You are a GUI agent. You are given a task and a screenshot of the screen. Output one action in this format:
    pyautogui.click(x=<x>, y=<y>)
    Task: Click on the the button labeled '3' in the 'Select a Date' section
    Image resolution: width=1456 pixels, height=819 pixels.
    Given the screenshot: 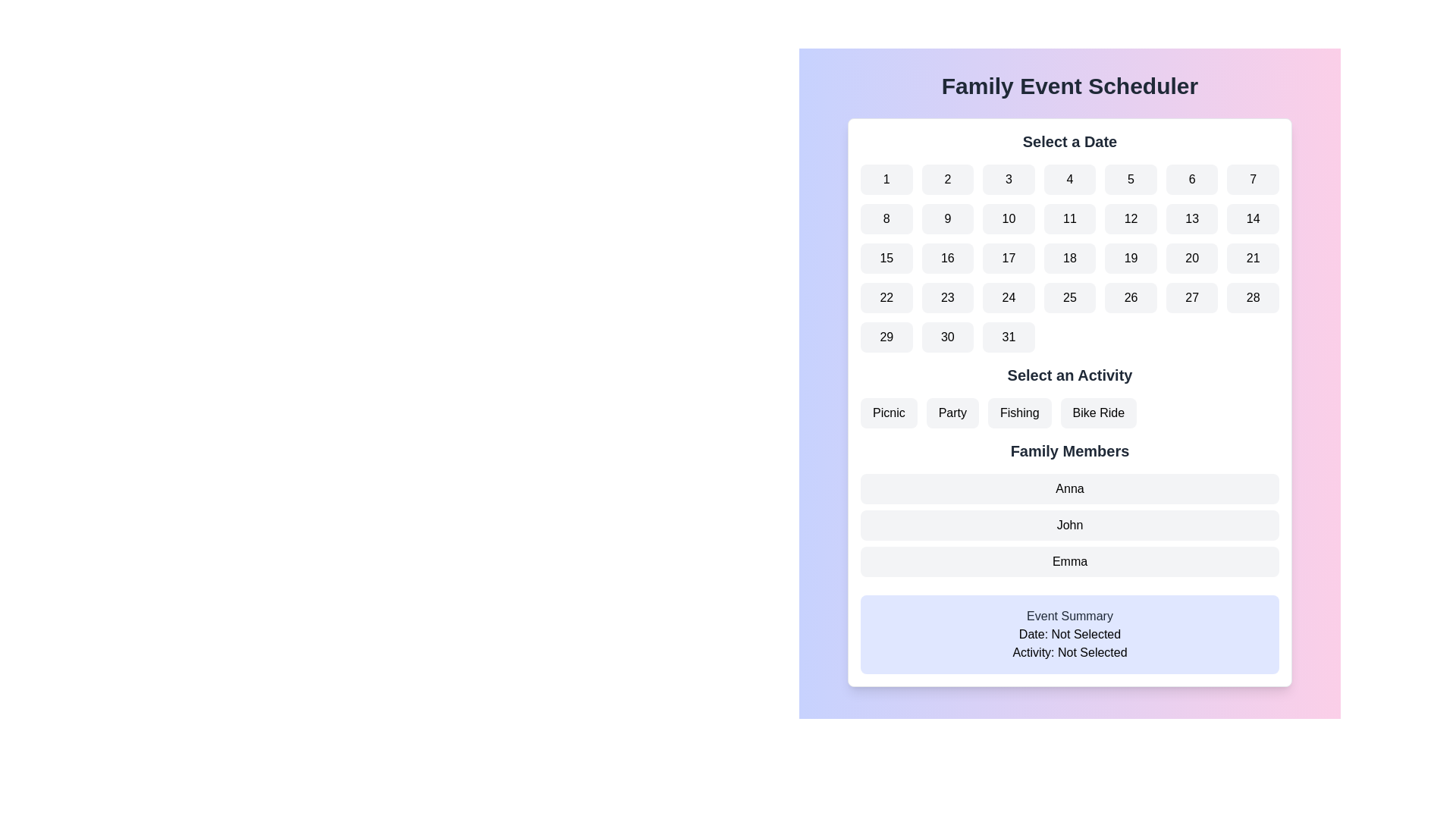 What is the action you would take?
    pyautogui.click(x=1009, y=178)
    